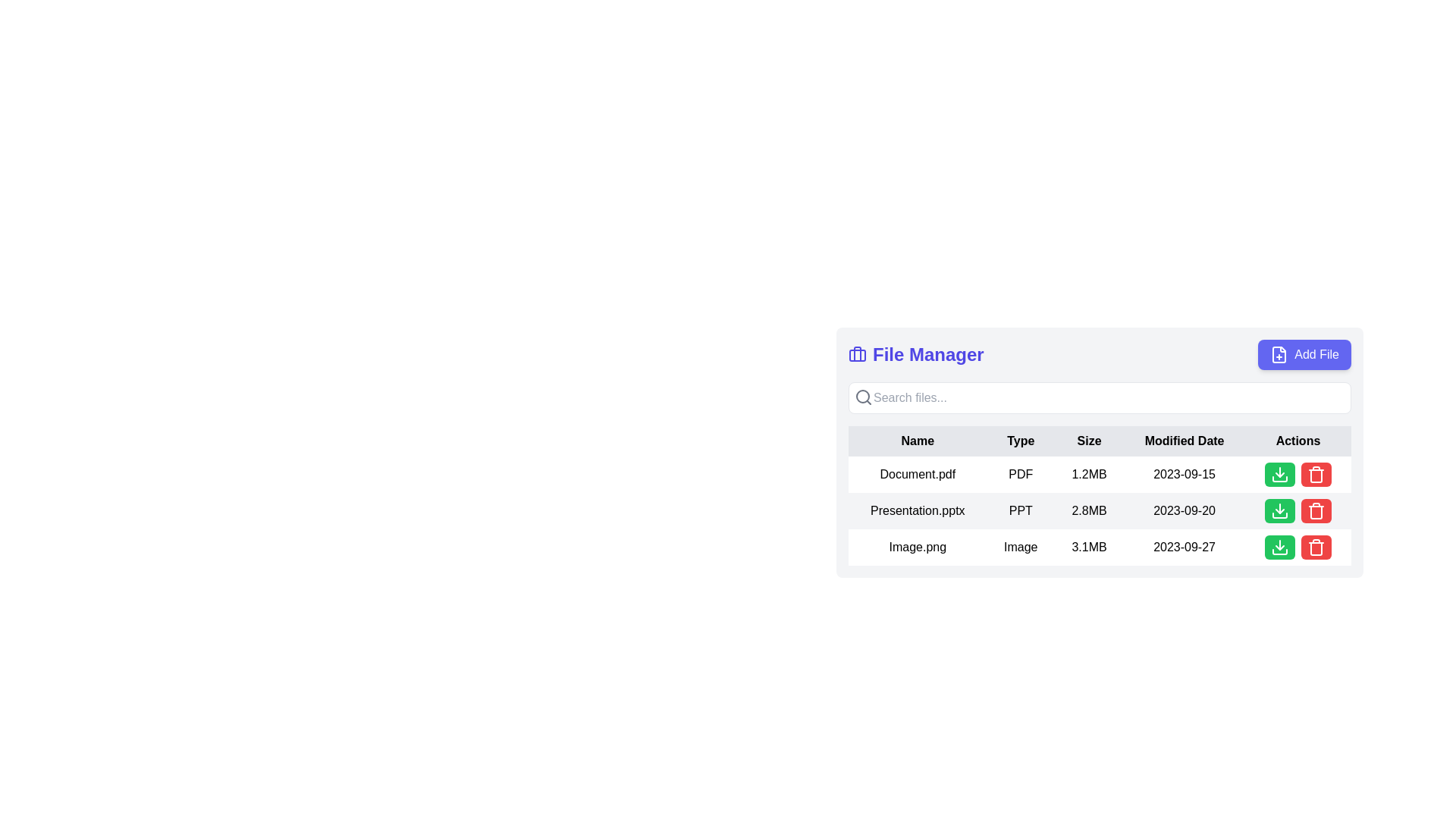 The width and height of the screenshot is (1456, 819). What do you see at coordinates (1316, 473) in the screenshot?
I see `the red button with a trash can icon in the top-right section of the 'Actions' column for the first row in the grid` at bounding box center [1316, 473].